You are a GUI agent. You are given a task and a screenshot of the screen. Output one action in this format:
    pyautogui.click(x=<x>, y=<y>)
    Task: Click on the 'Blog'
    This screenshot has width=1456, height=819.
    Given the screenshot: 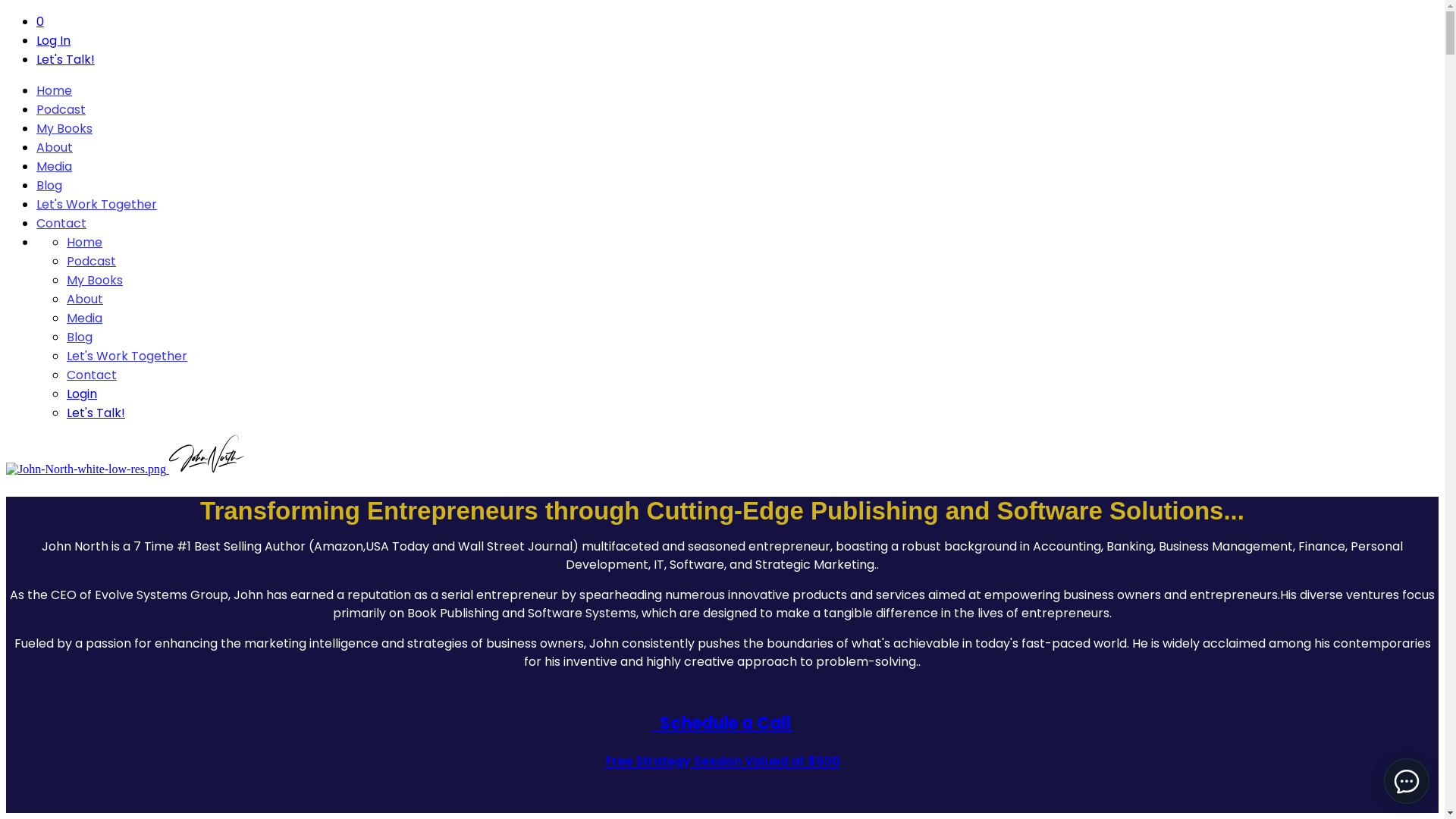 What is the action you would take?
    pyautogui.click(x=65, y=336)
    